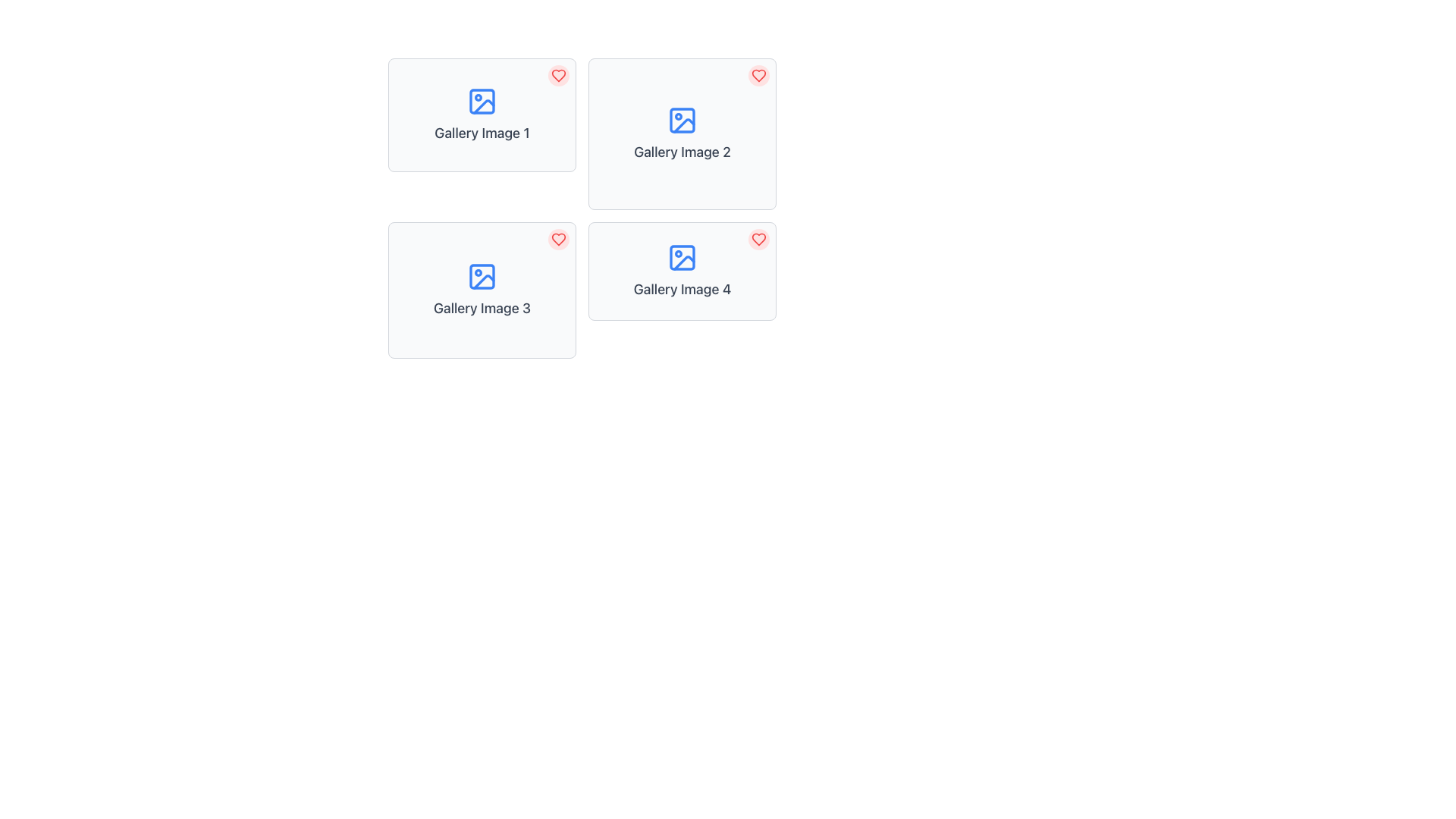 This screenshot has height=819, width=1456. I want to click on the Interactive Card located in the top-right corner of the grid, which is the second item in the first row, so click(682, 133).